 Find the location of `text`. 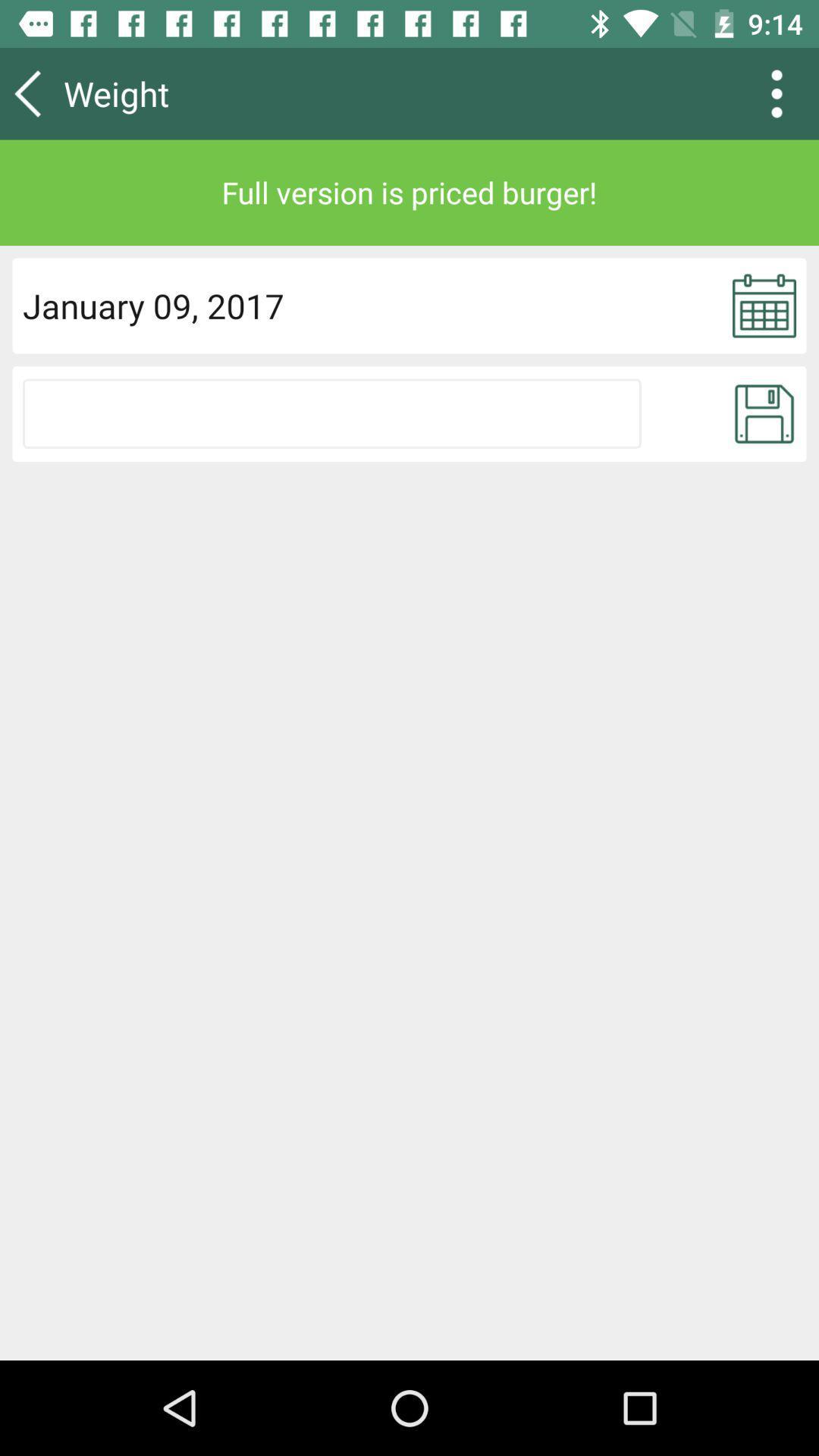

text is located at coordinates (331, 413).